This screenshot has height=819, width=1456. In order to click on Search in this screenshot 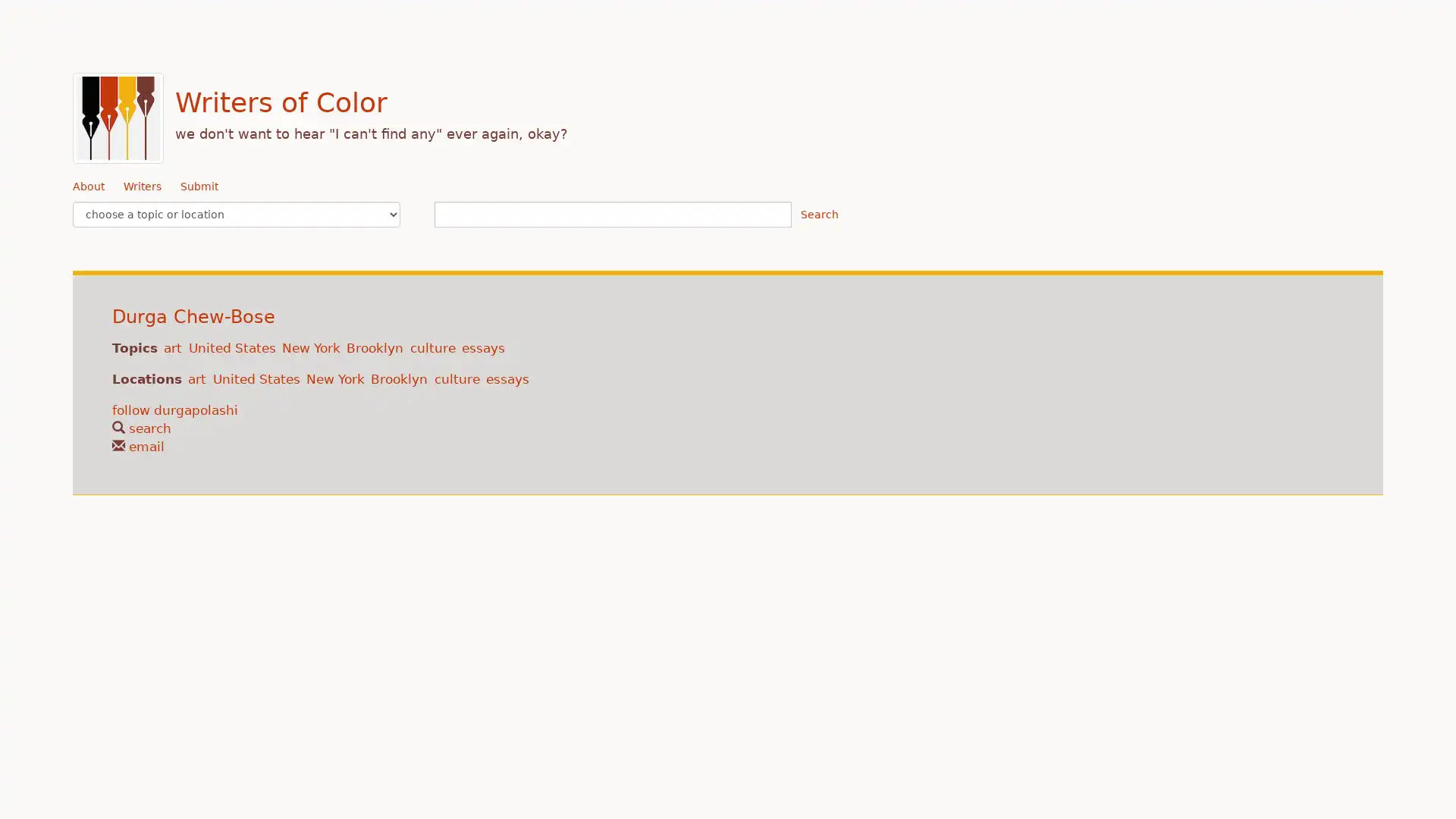, I will do `click(818, 214)`.